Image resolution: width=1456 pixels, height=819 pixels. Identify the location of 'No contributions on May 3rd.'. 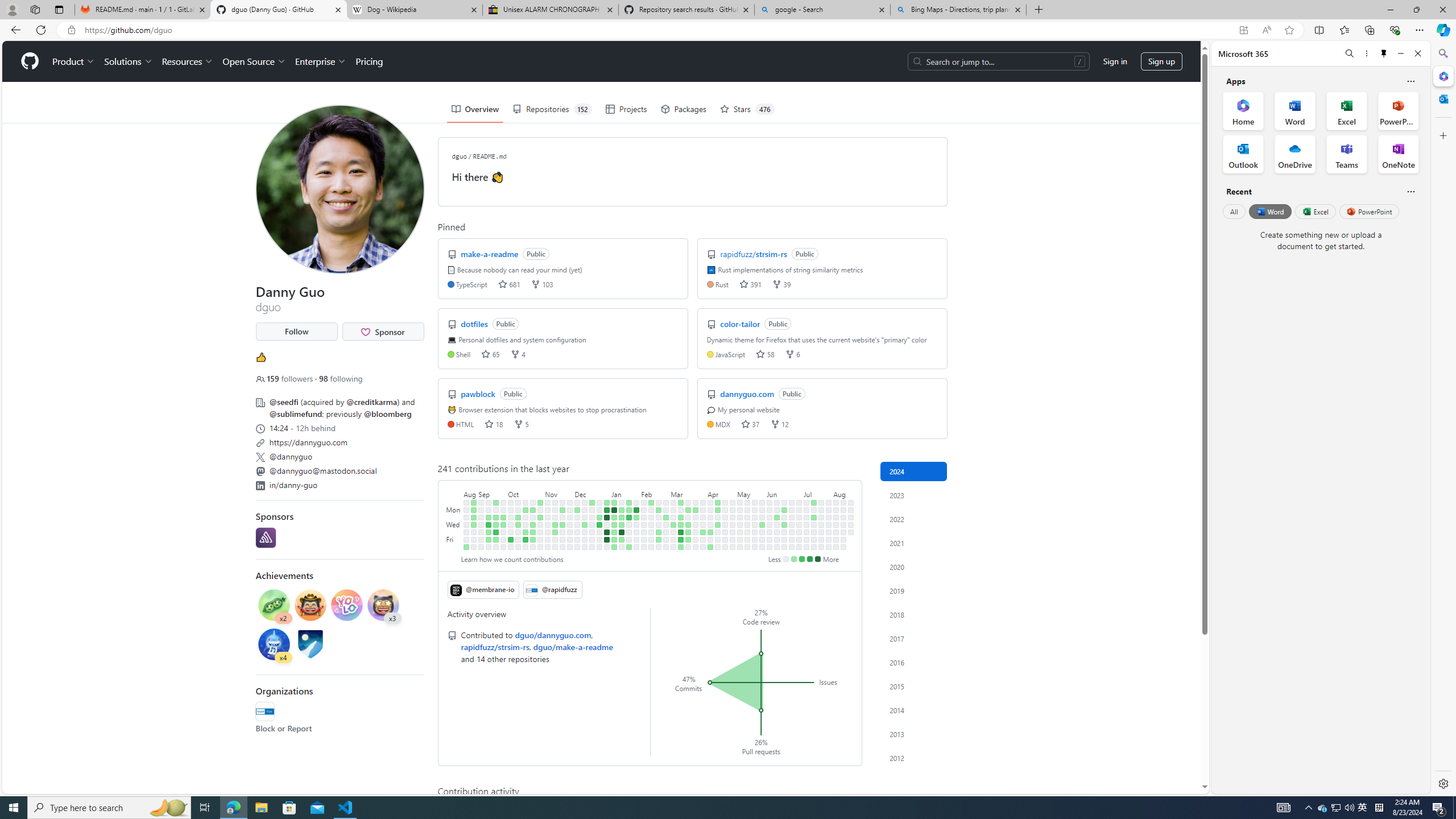
(732, 539).